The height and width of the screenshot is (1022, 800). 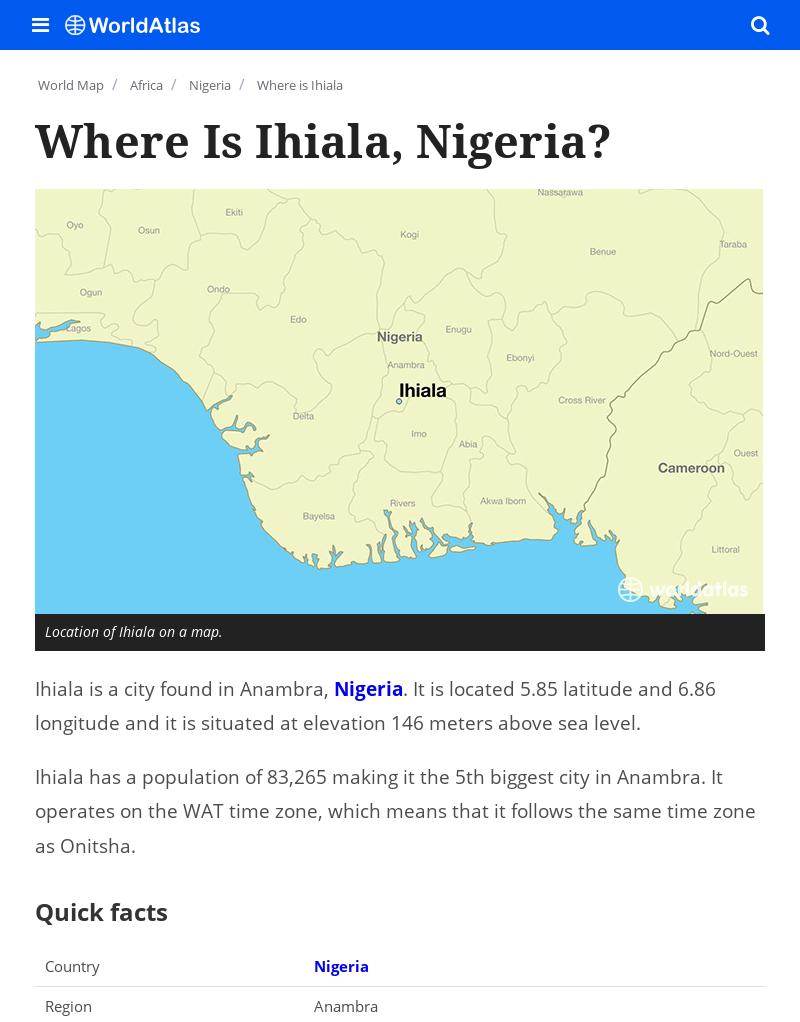 What do you see at coordinates (134, 630) in the screenshot?
I see `'Location of Ihiala on a map.'` at bounding box center [134, 630].